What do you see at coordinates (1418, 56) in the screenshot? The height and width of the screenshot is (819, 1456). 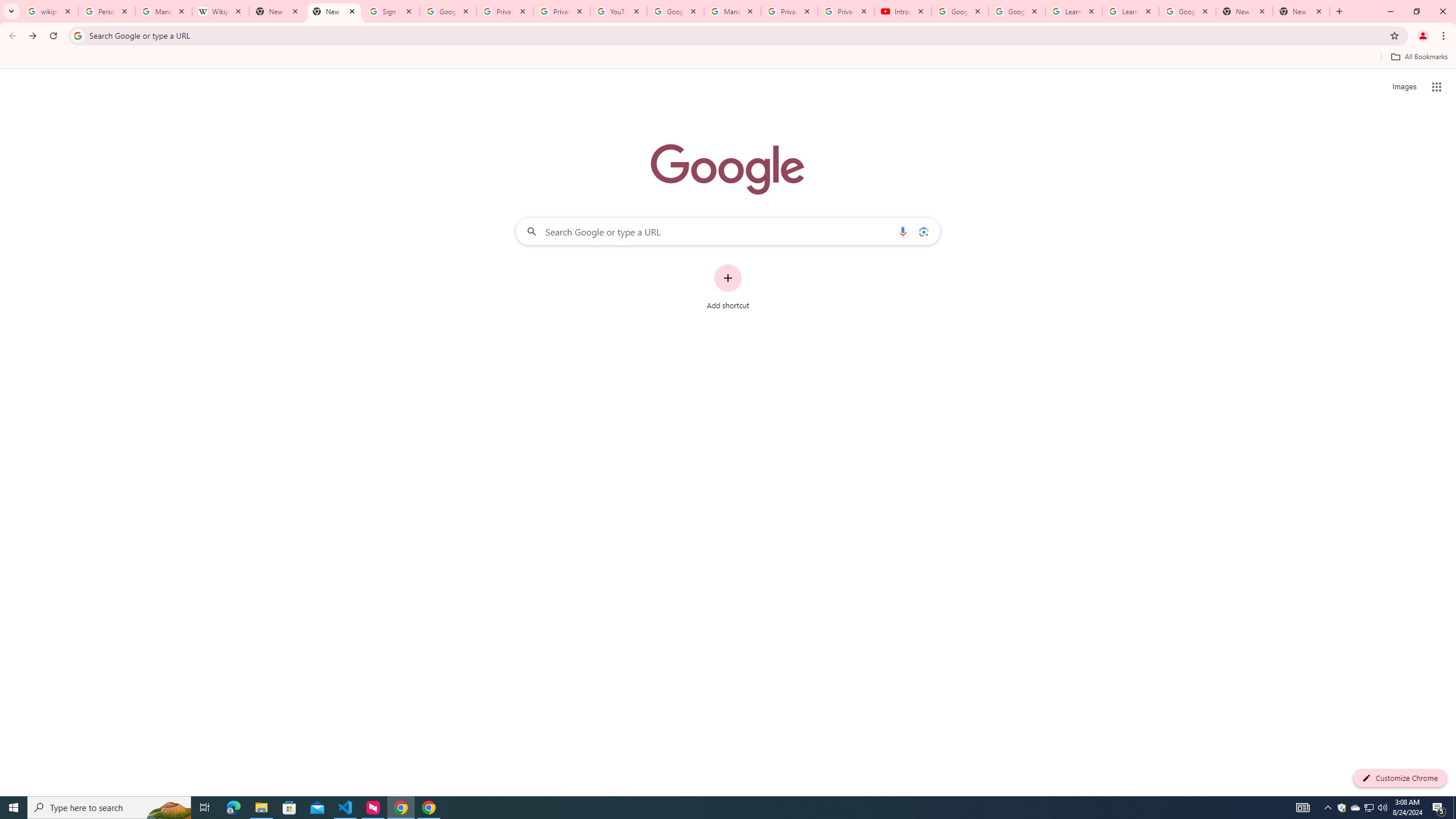 I see `'All Bookmarks'` at bounding box center [1418, 56].